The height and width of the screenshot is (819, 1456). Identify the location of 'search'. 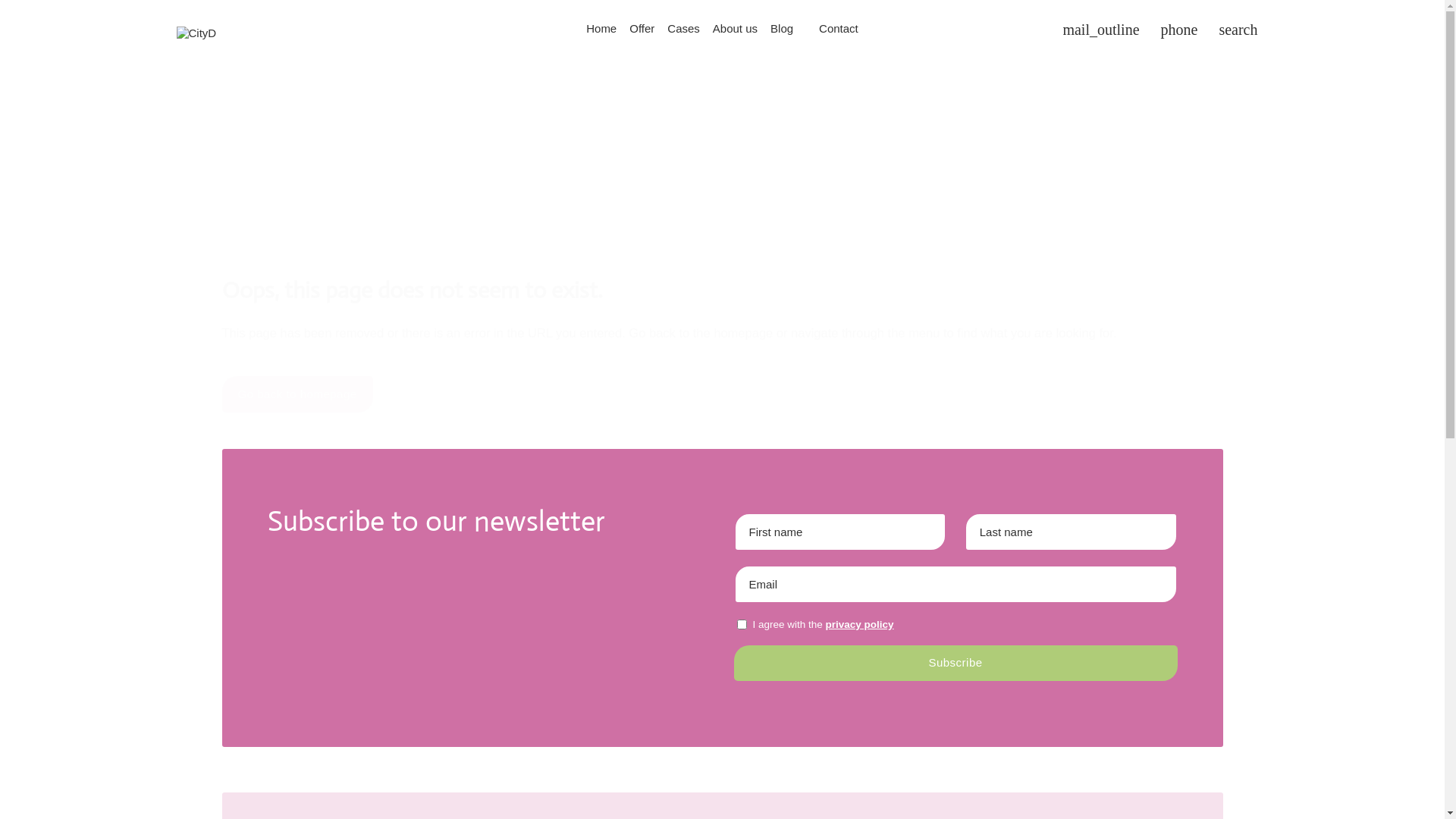
(1238, 29).